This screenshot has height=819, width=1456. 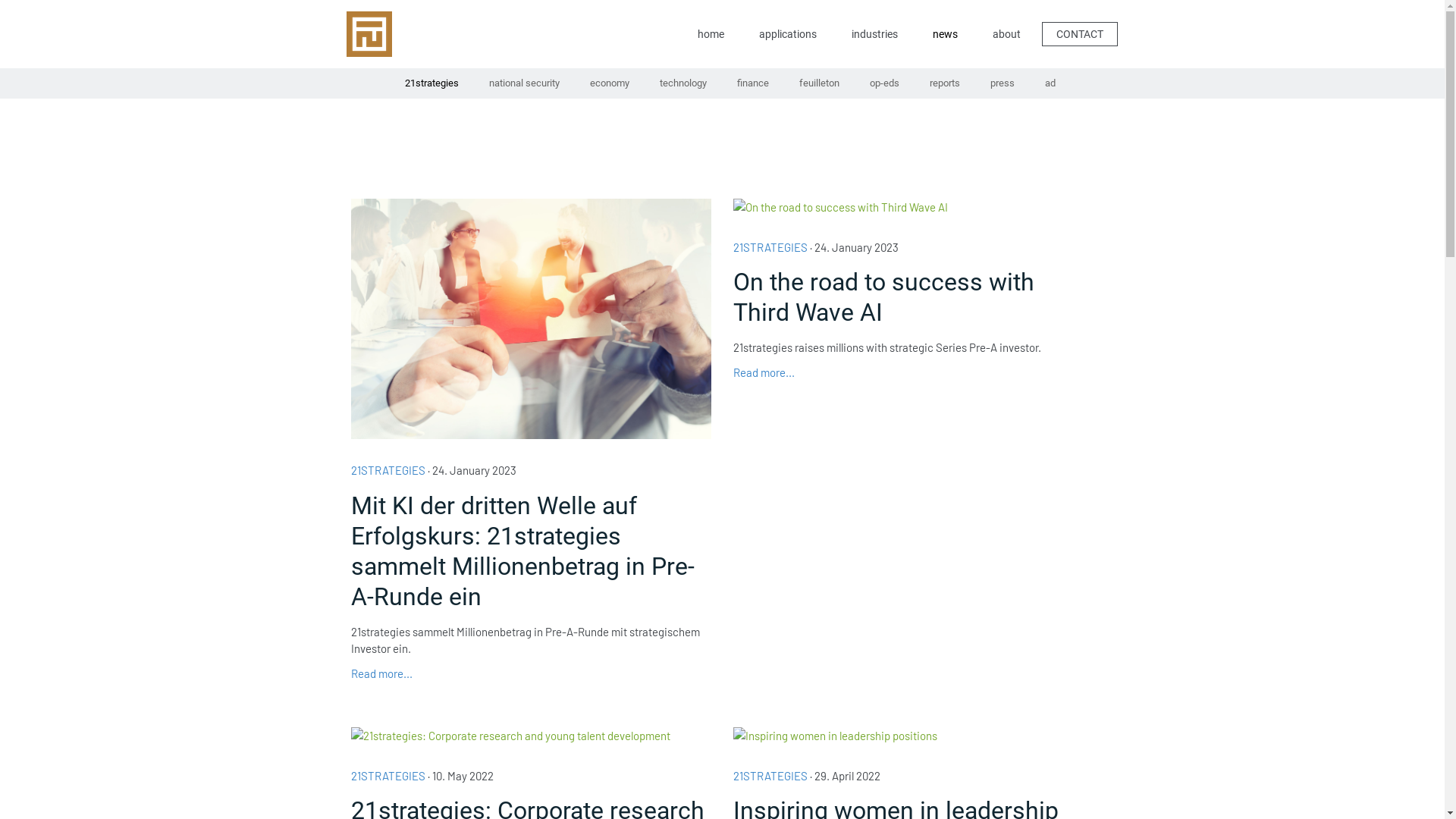 I want to click on 'technology', so click(x=682, y=83).